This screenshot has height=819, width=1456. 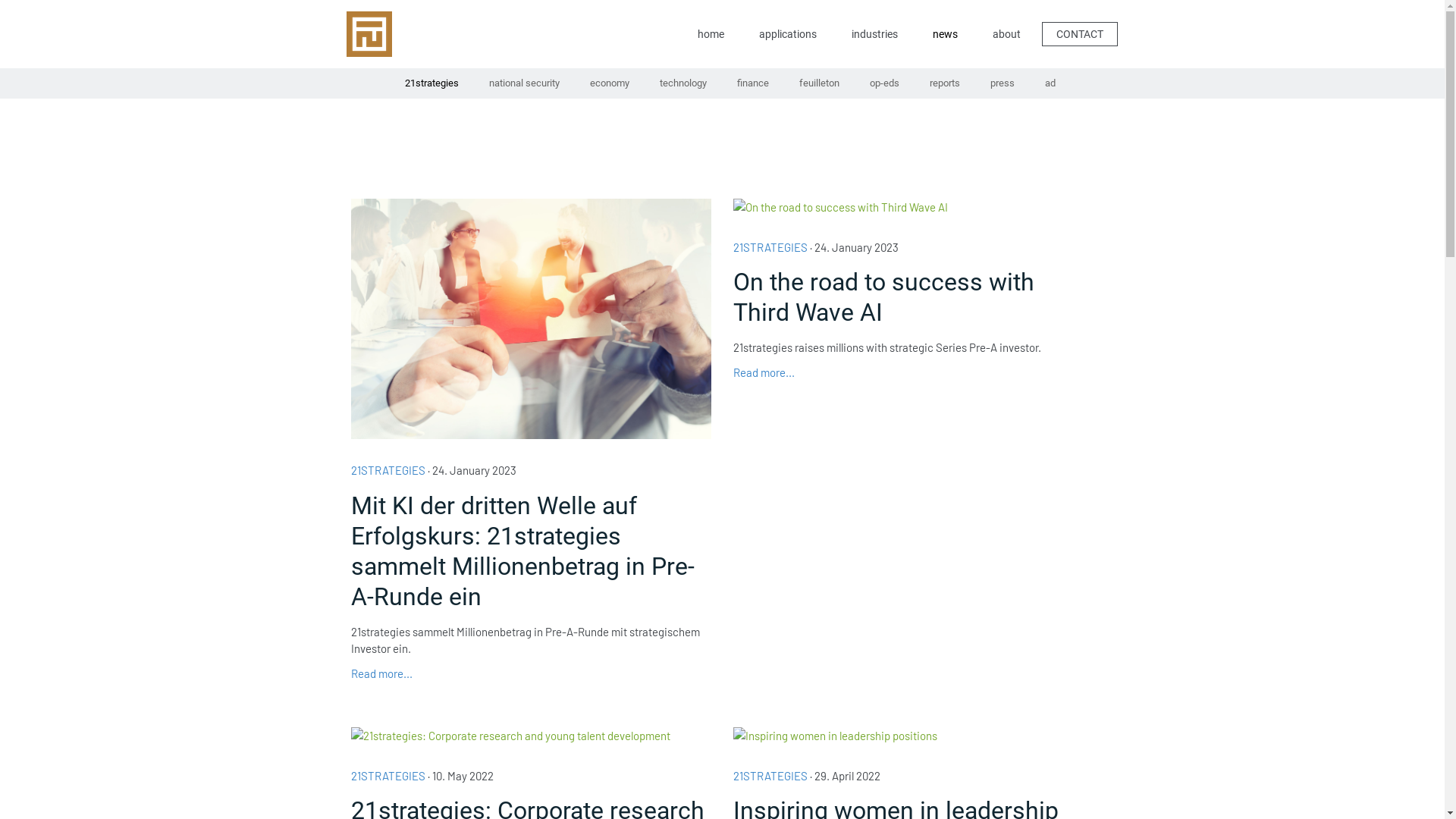 I want to click on 'technology', so click(x=682, y=83).